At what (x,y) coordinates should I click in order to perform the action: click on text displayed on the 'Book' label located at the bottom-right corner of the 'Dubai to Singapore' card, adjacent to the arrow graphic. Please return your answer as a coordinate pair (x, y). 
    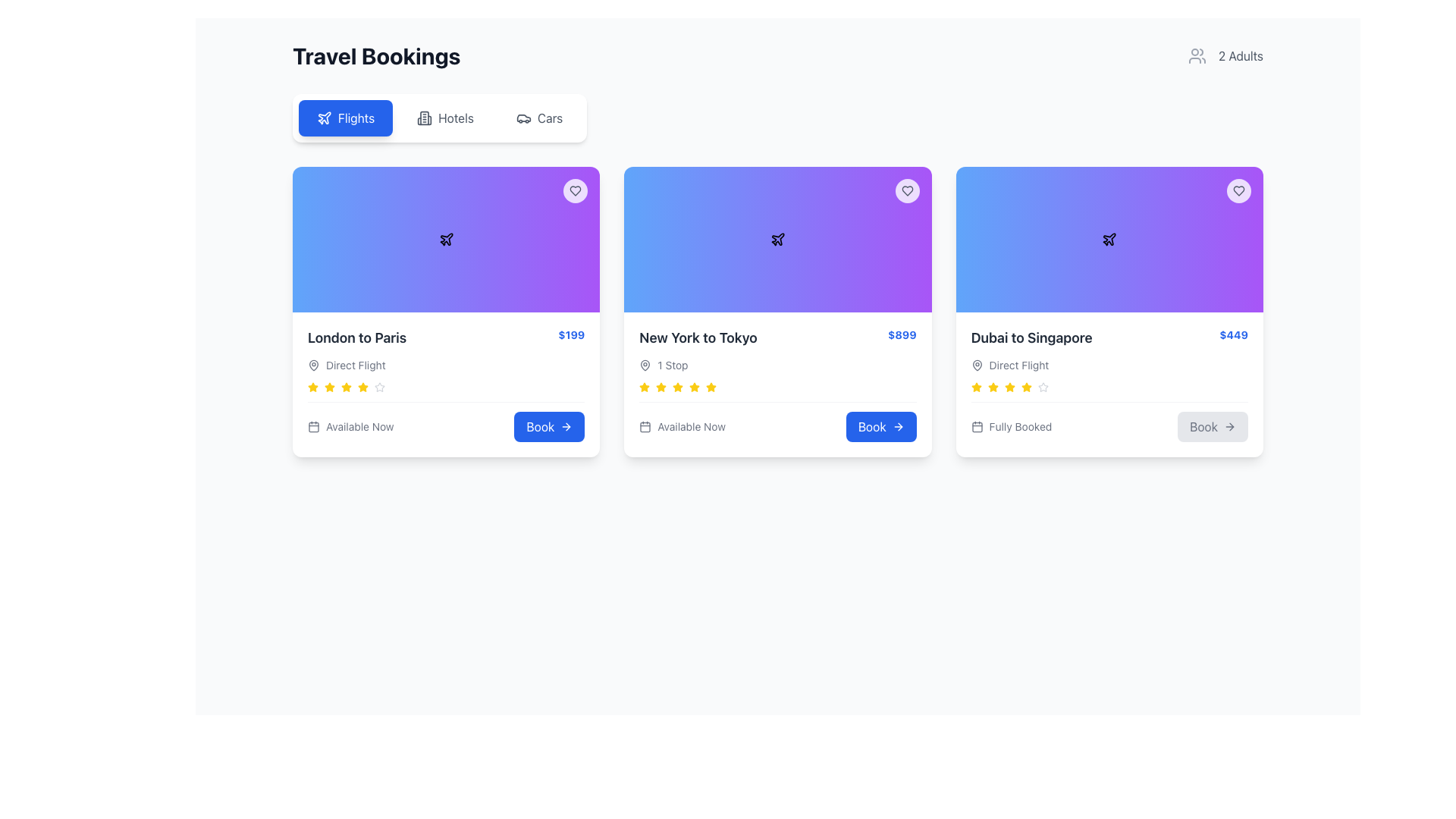
    Looking at the image, I should click on (1203, 427).